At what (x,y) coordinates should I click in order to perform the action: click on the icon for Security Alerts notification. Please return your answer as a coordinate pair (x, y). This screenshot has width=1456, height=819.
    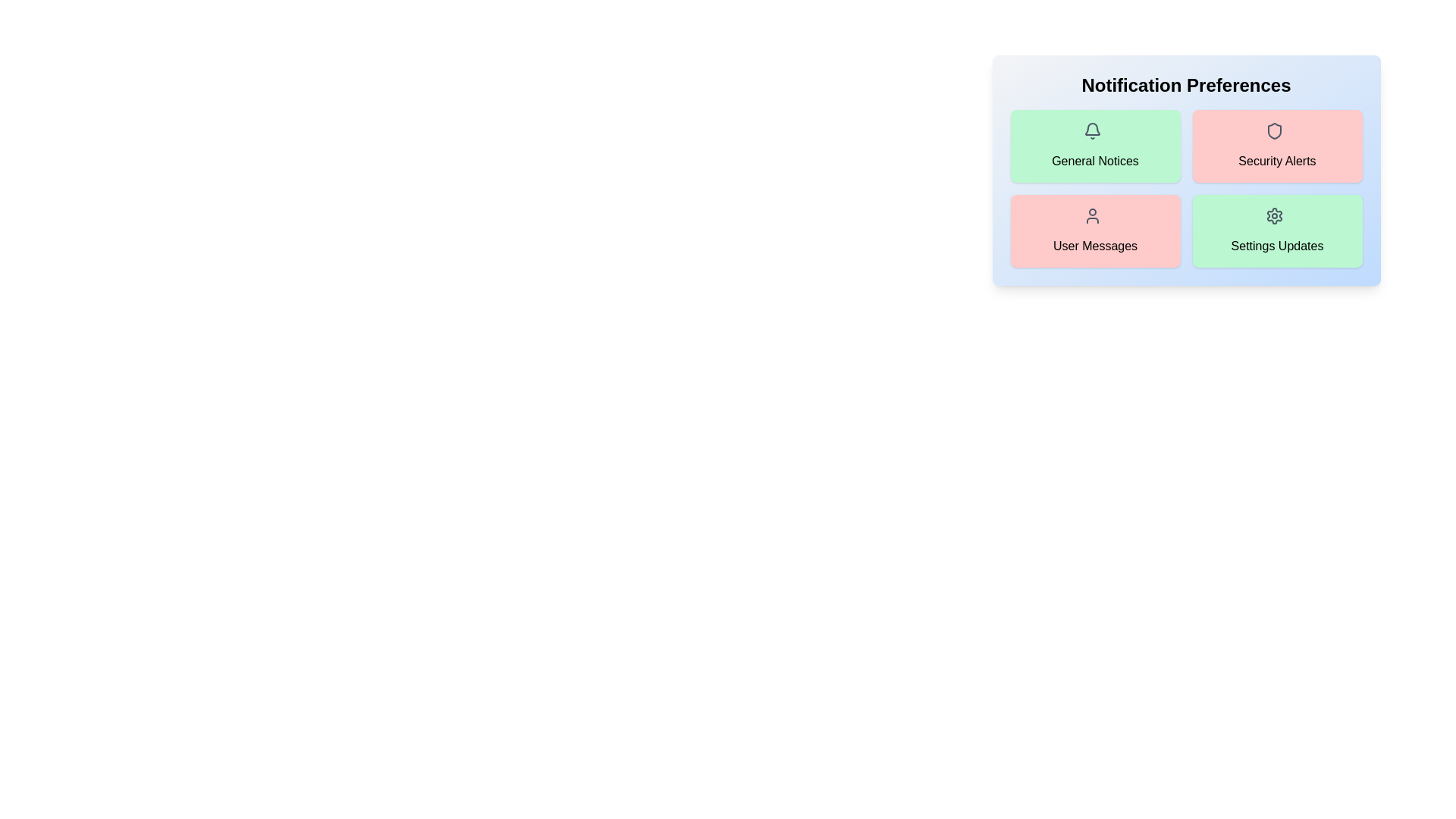
    Looking at the image, I should click on (1276, 133).